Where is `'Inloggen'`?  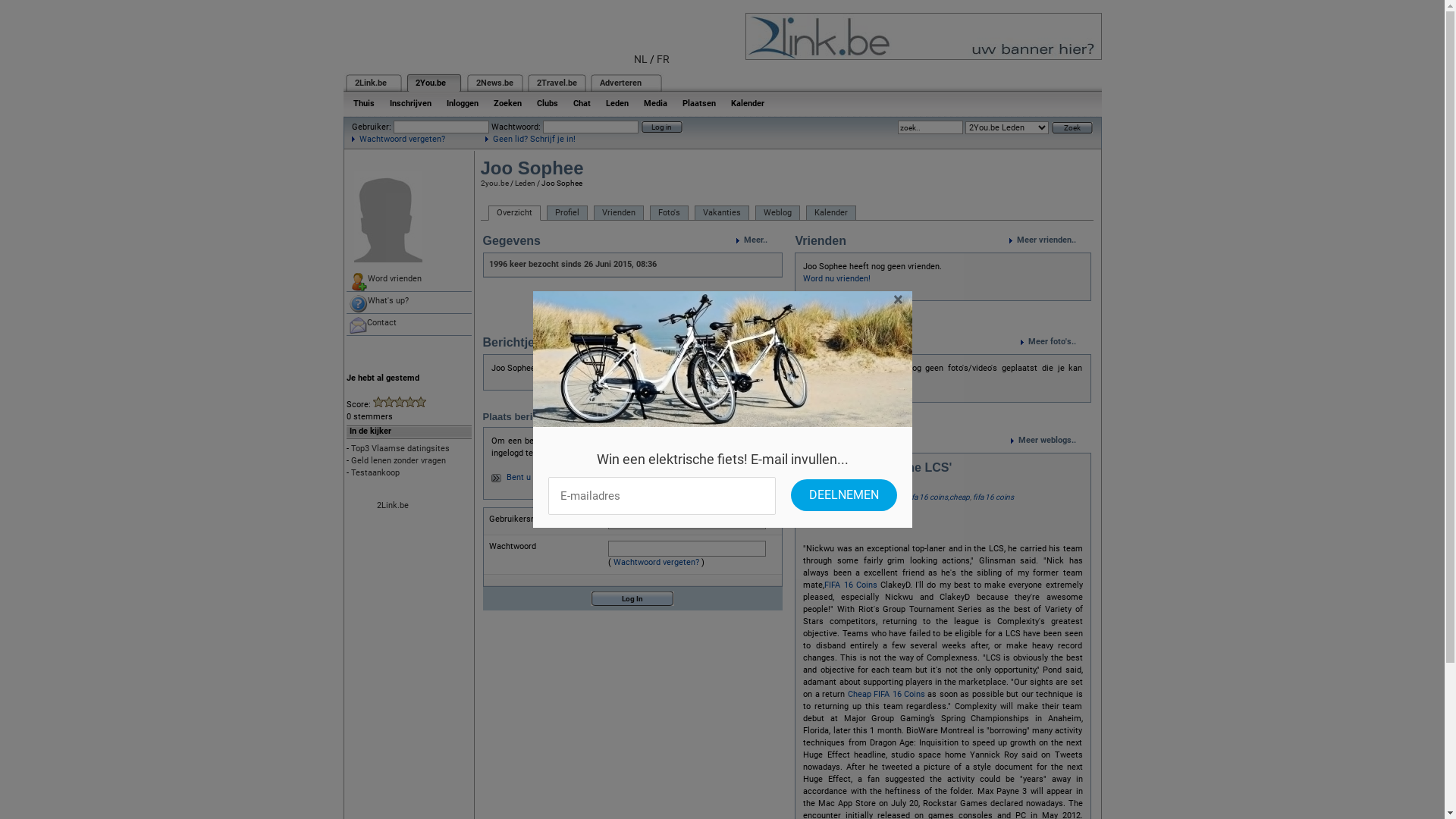 'Inloggen' is located at coordinates (461, 102).